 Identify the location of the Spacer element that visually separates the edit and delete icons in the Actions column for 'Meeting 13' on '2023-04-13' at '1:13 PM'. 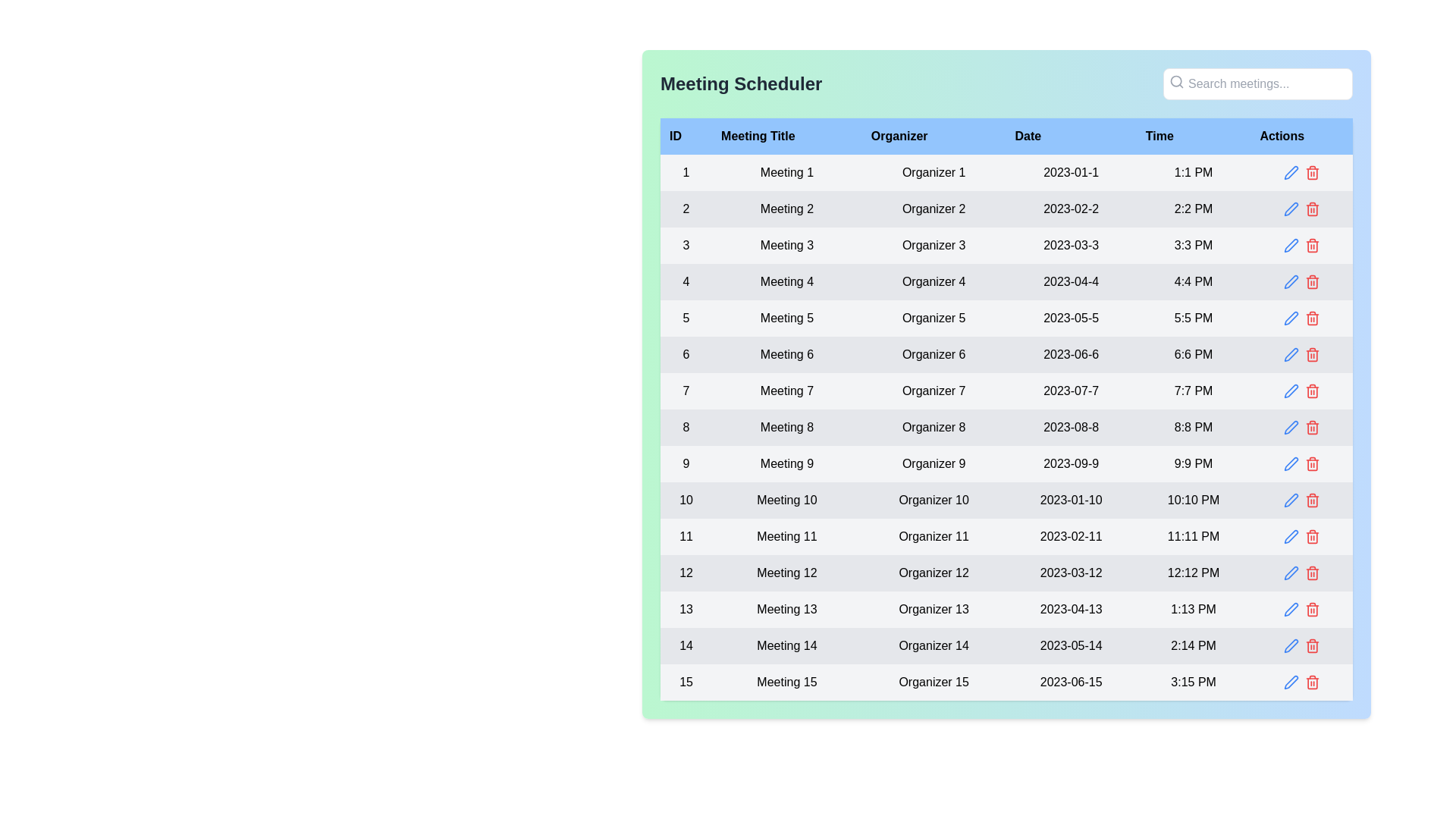
(1301, 608).